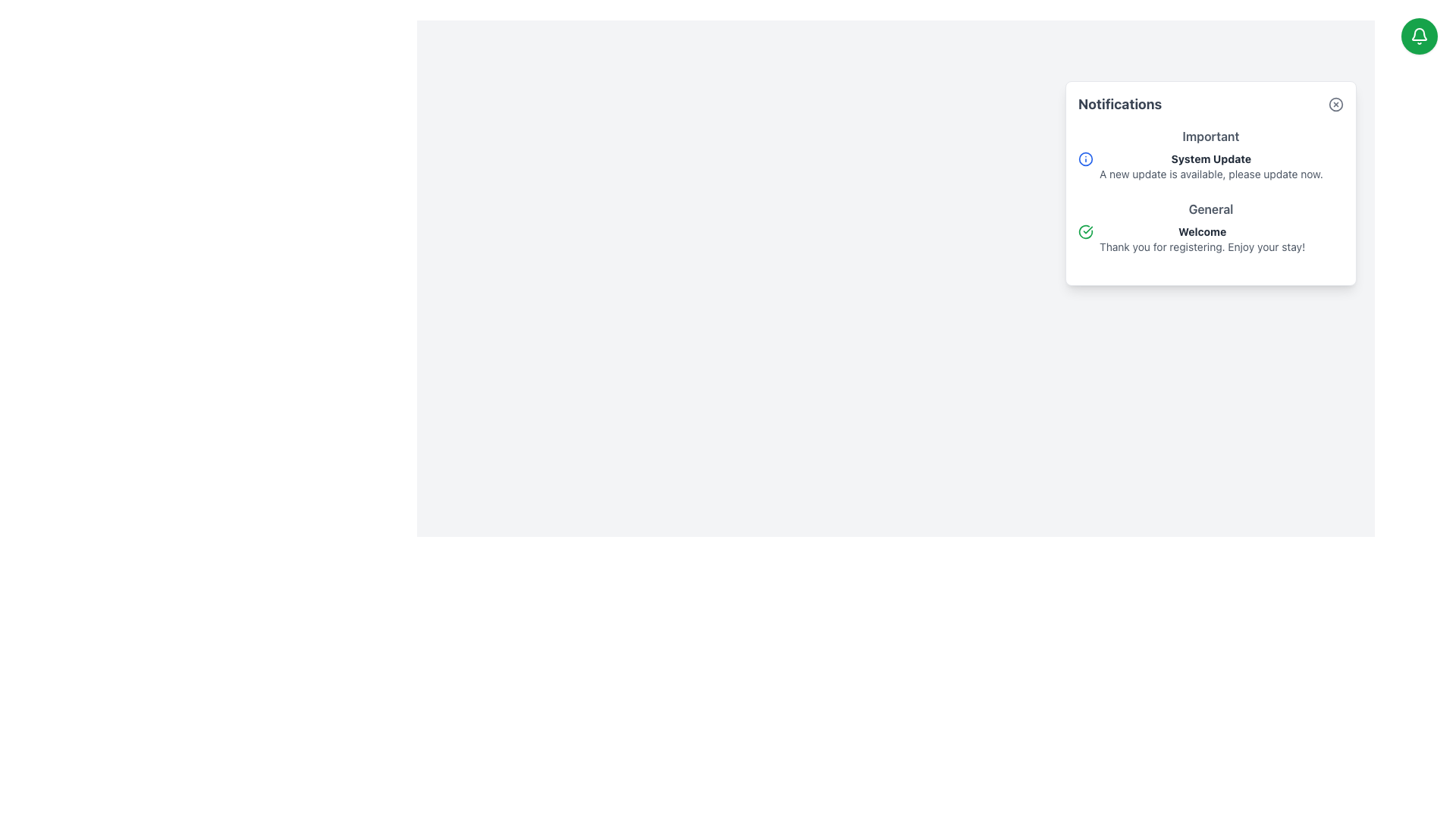 This screenshot has width=1456, height=819. Describe the element at coordinates (1201, 246) in the screenshot. I see `the informational text element located in the notification panel under the 'General' category, positioned beneath the 'Welcome' heading` at that location.